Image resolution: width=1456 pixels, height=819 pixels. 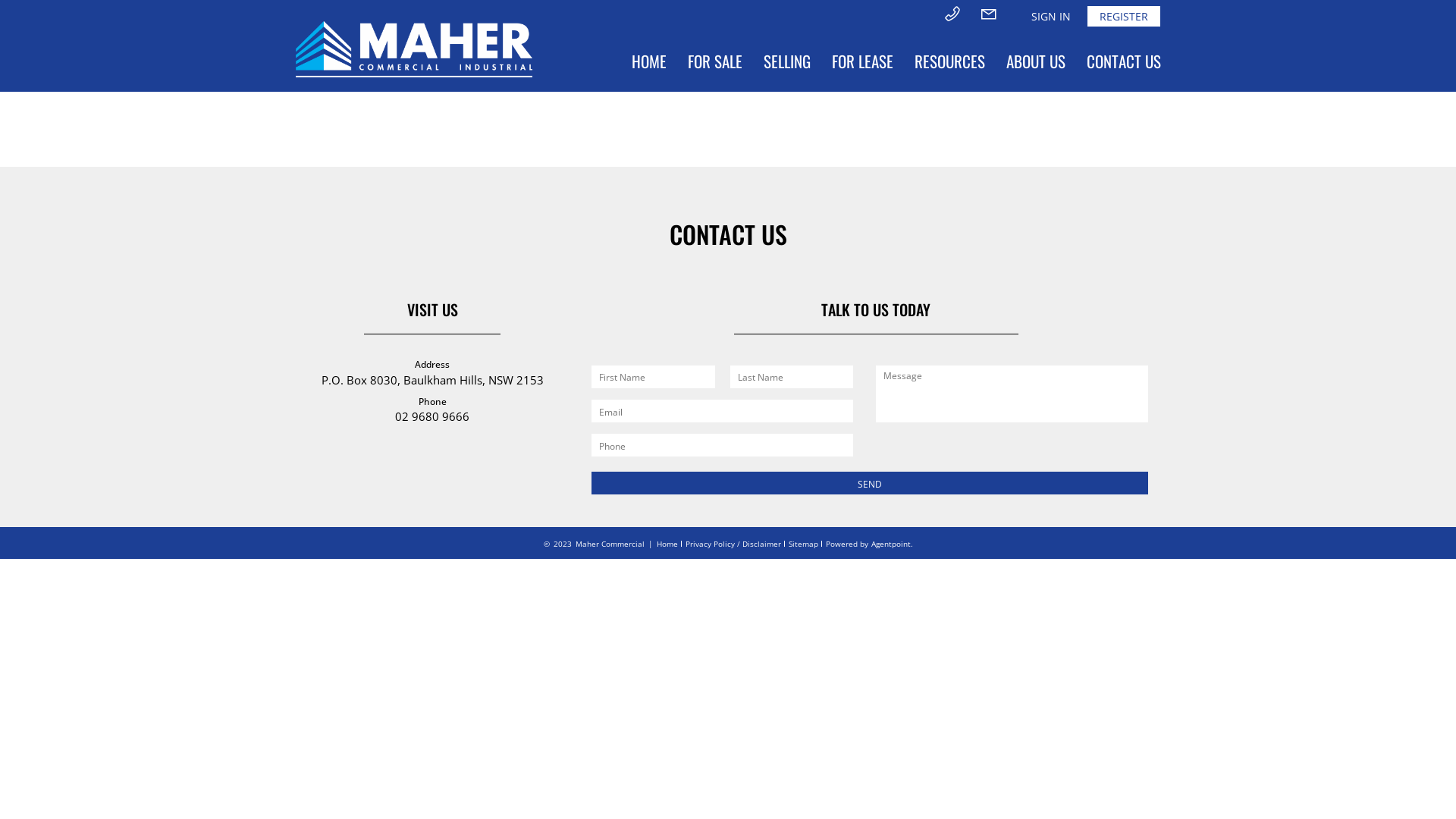 What do you see at coordinates (903, 61) in the screenshot?
I see `'RESOURCES'` at bounding box center [903, 61].